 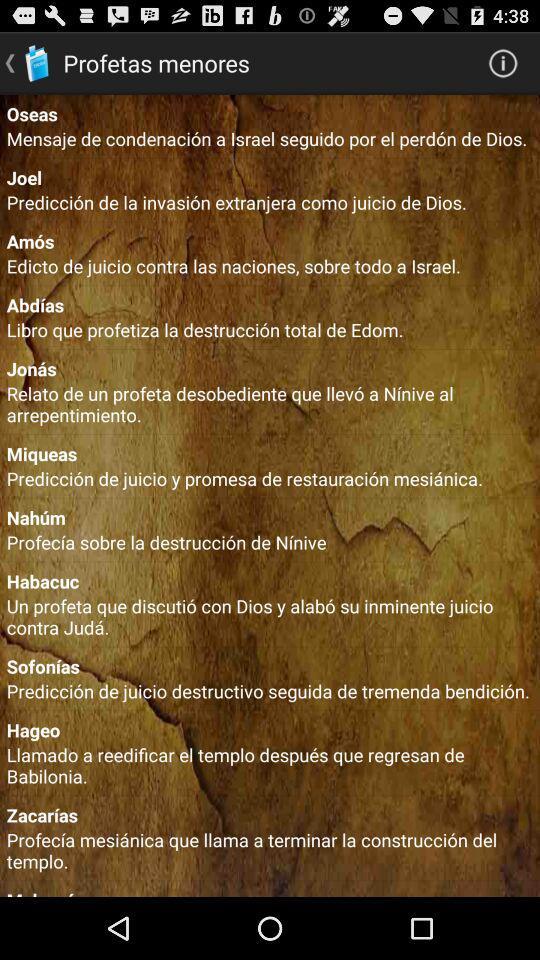 What do you see at coordinates (270, 113) in the screenshot?
I see `oseas icon` at bounding box center [270, 113].